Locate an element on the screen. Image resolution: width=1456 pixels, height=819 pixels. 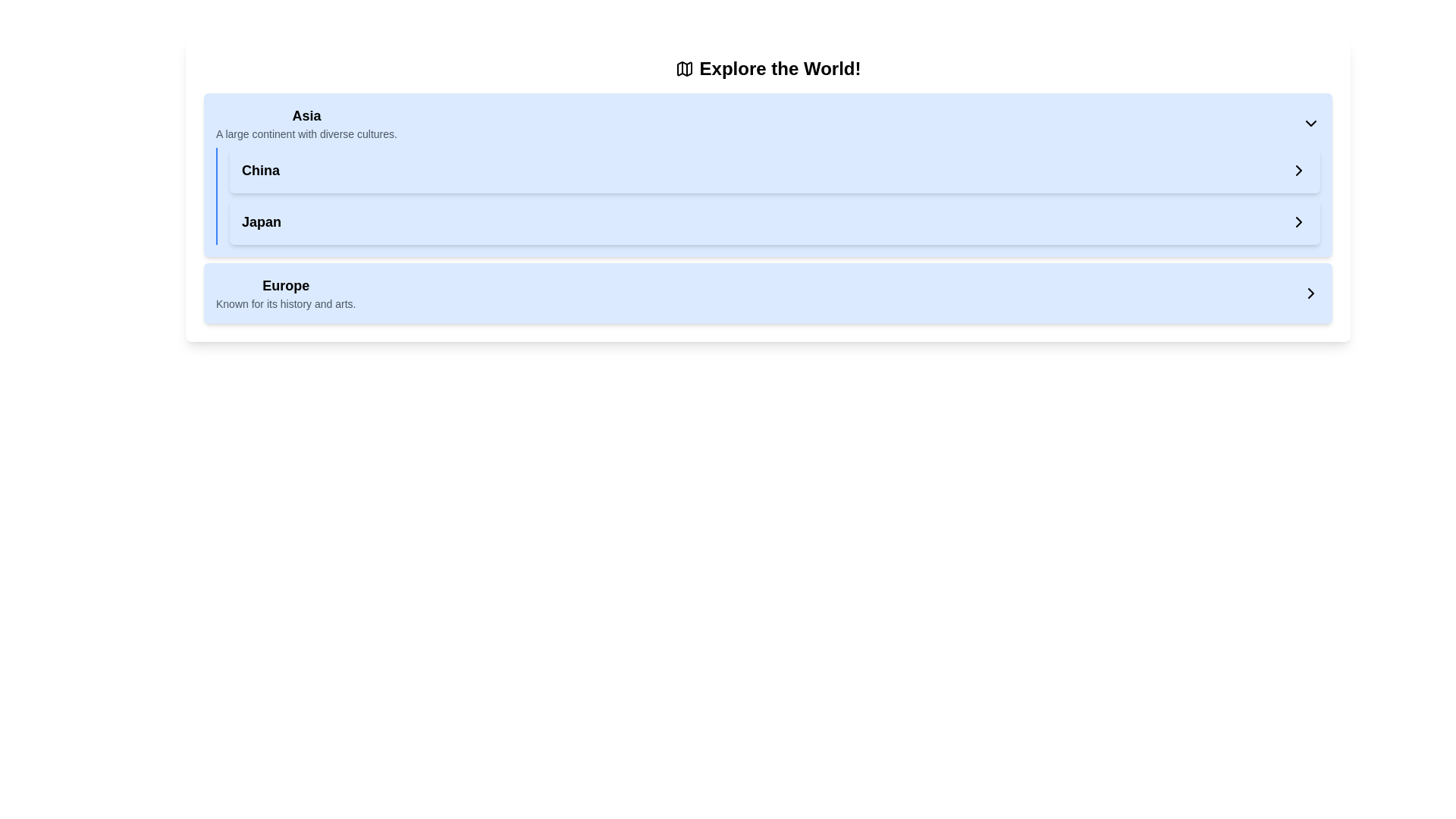
the chevron arrow icon next to the 'China' label is located at coordinates (1298, 170).